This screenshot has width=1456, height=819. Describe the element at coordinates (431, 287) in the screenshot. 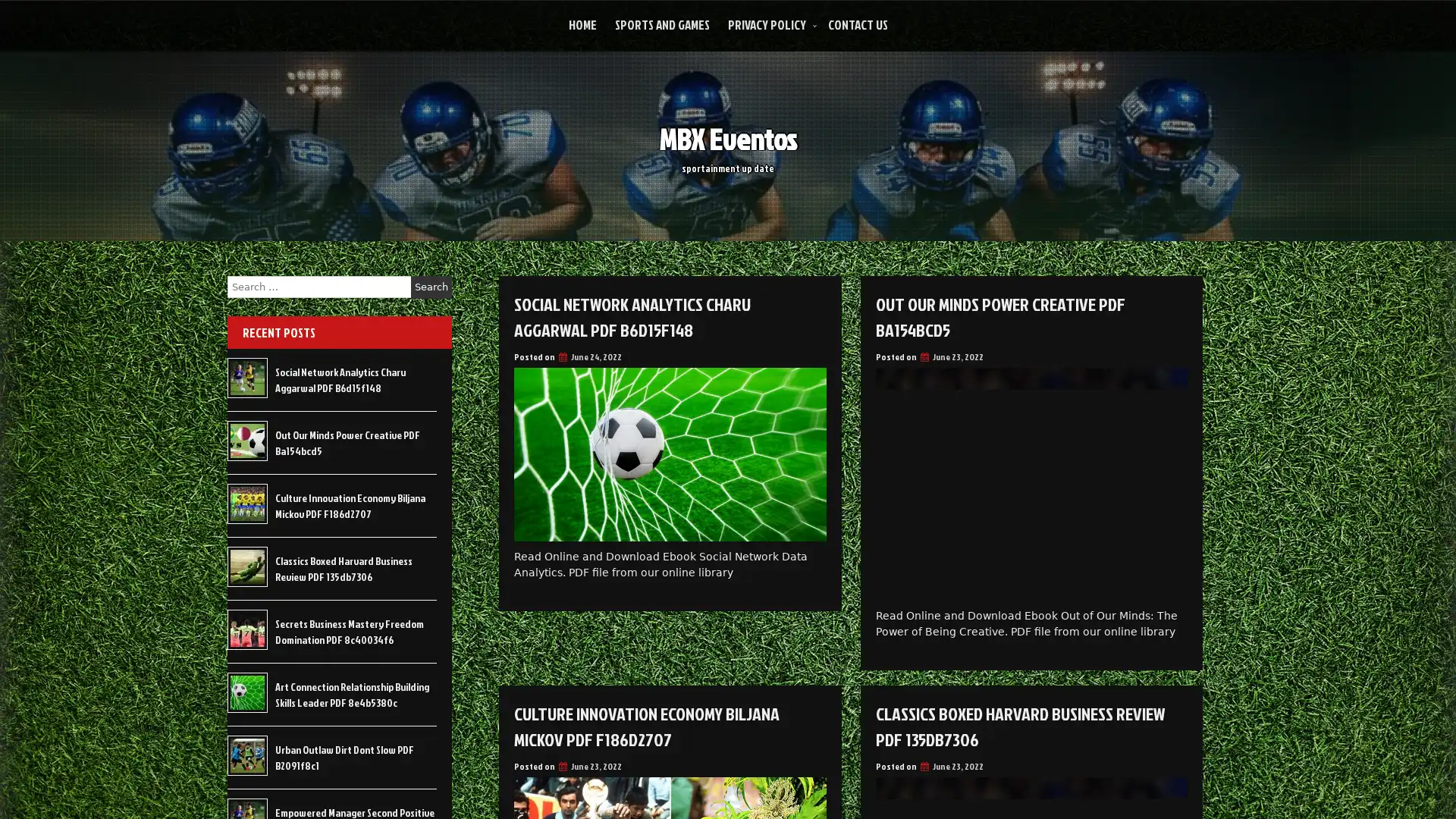

I see `Search` at that location.